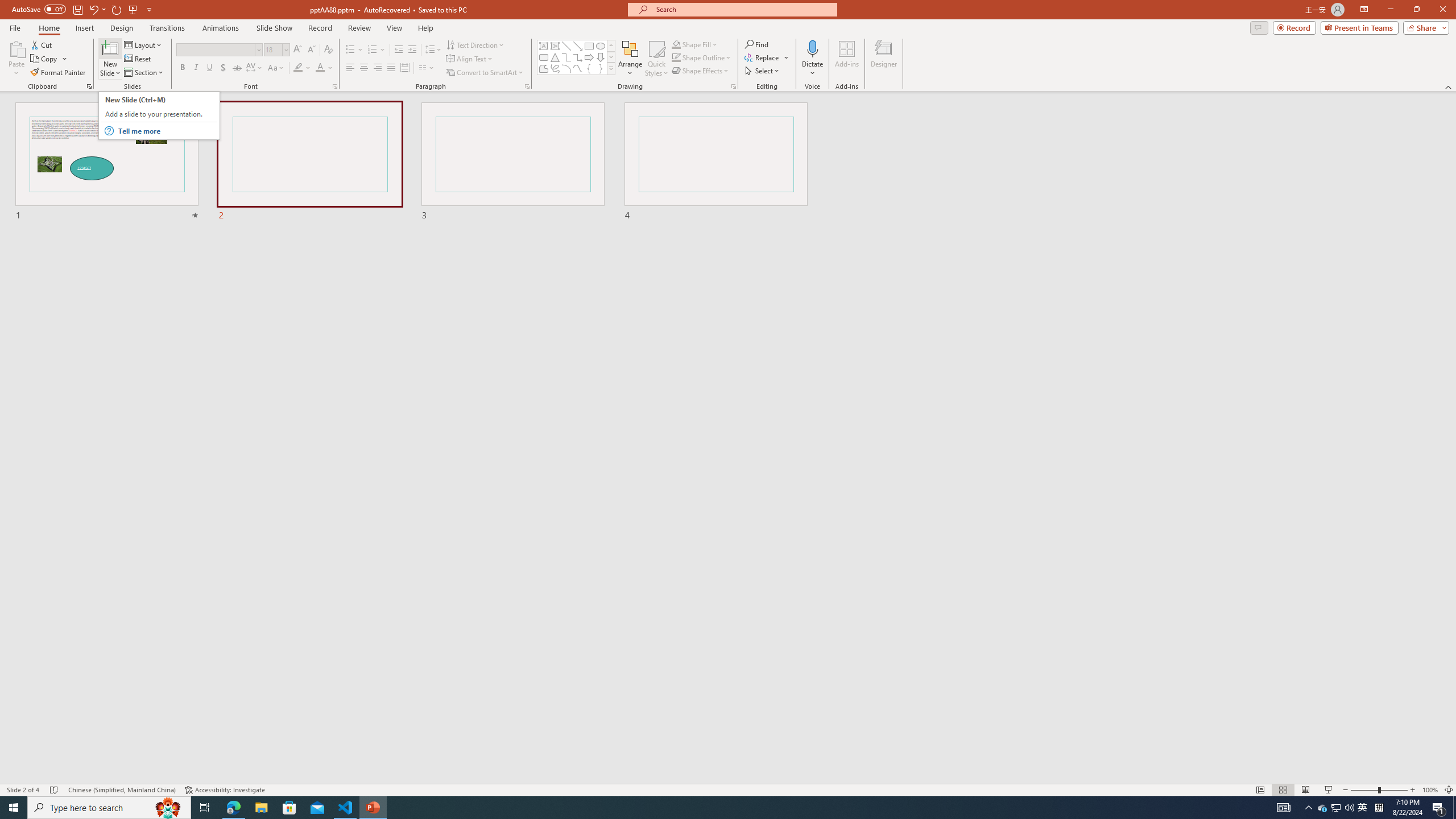 Image resolution: width=1456 pixels, height=819 pixels. I want to click on 'Shape Outline', so click(701, 56).